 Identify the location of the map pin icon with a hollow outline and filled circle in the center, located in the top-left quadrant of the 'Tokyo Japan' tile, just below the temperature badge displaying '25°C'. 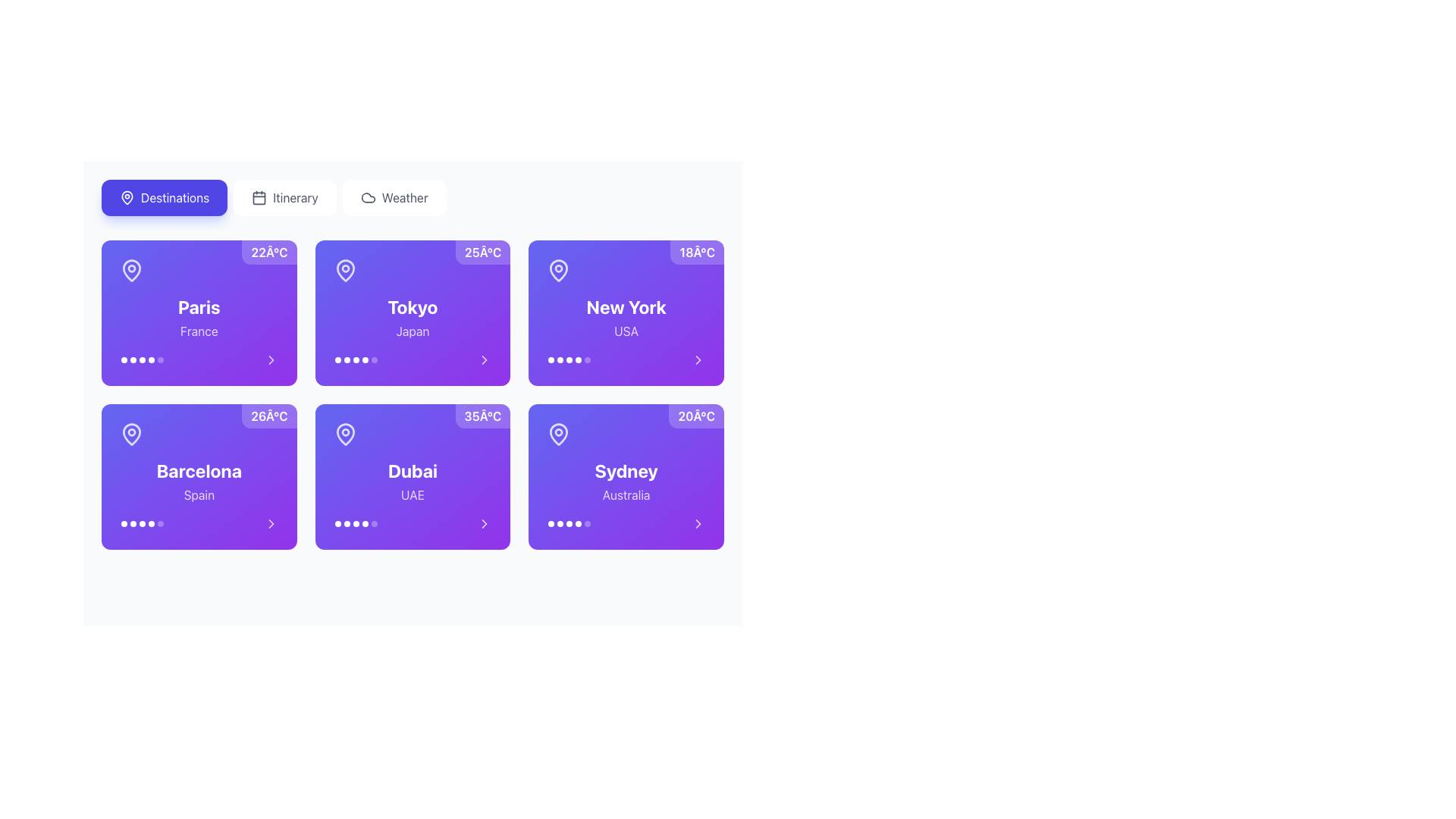
(344, 270).